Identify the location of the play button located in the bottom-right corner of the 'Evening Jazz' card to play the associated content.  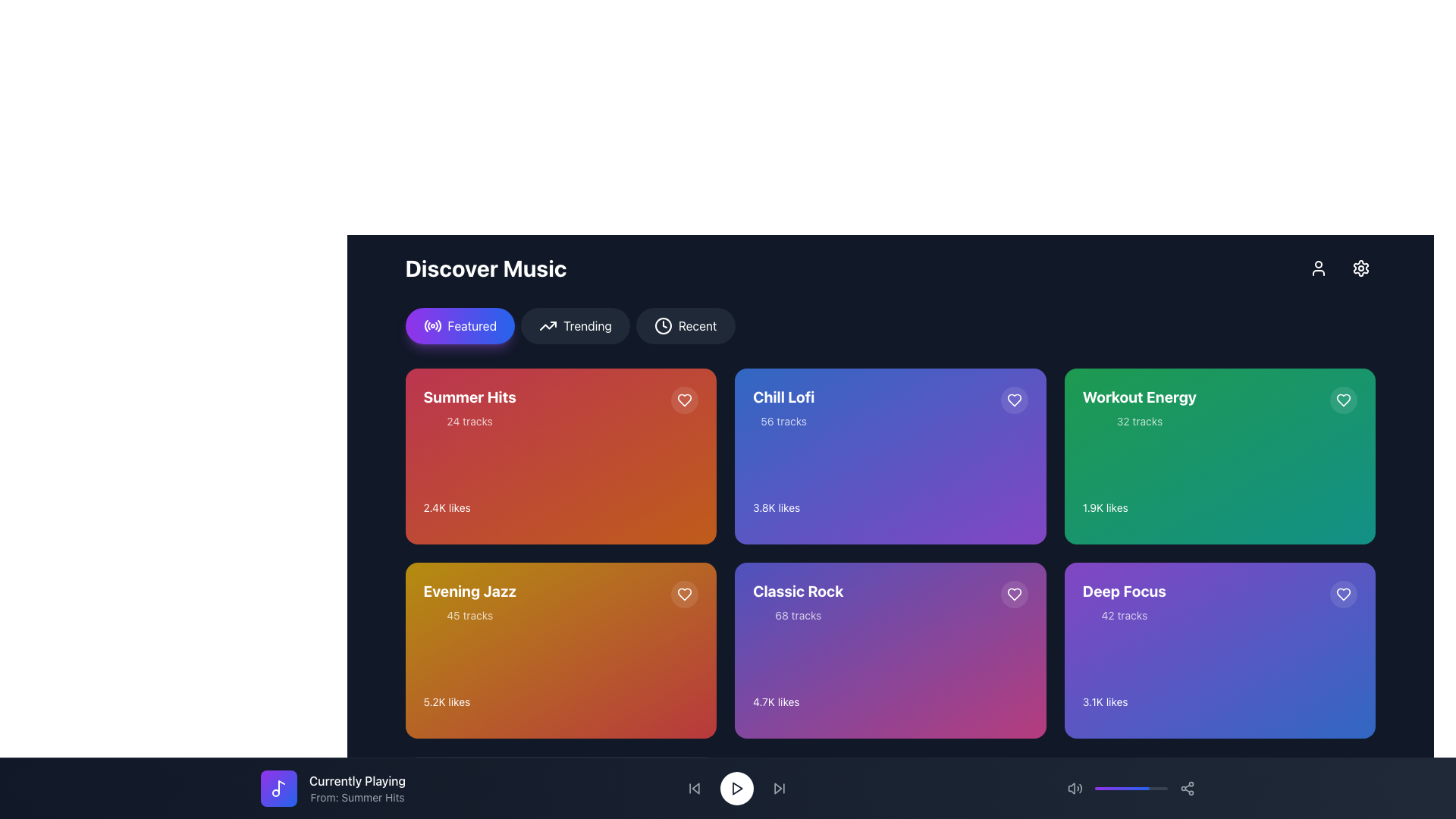
(679, 725).